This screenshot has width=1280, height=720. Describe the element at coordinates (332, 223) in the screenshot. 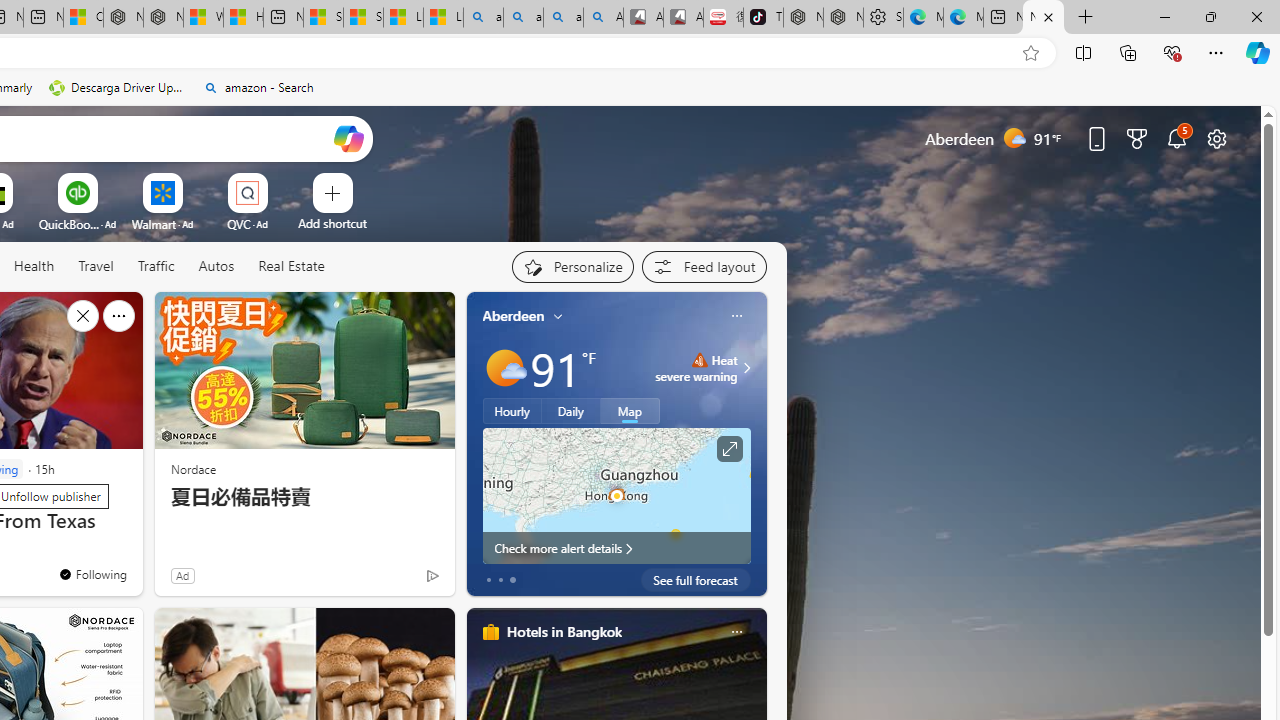

I see `'Add a site'` at that location.